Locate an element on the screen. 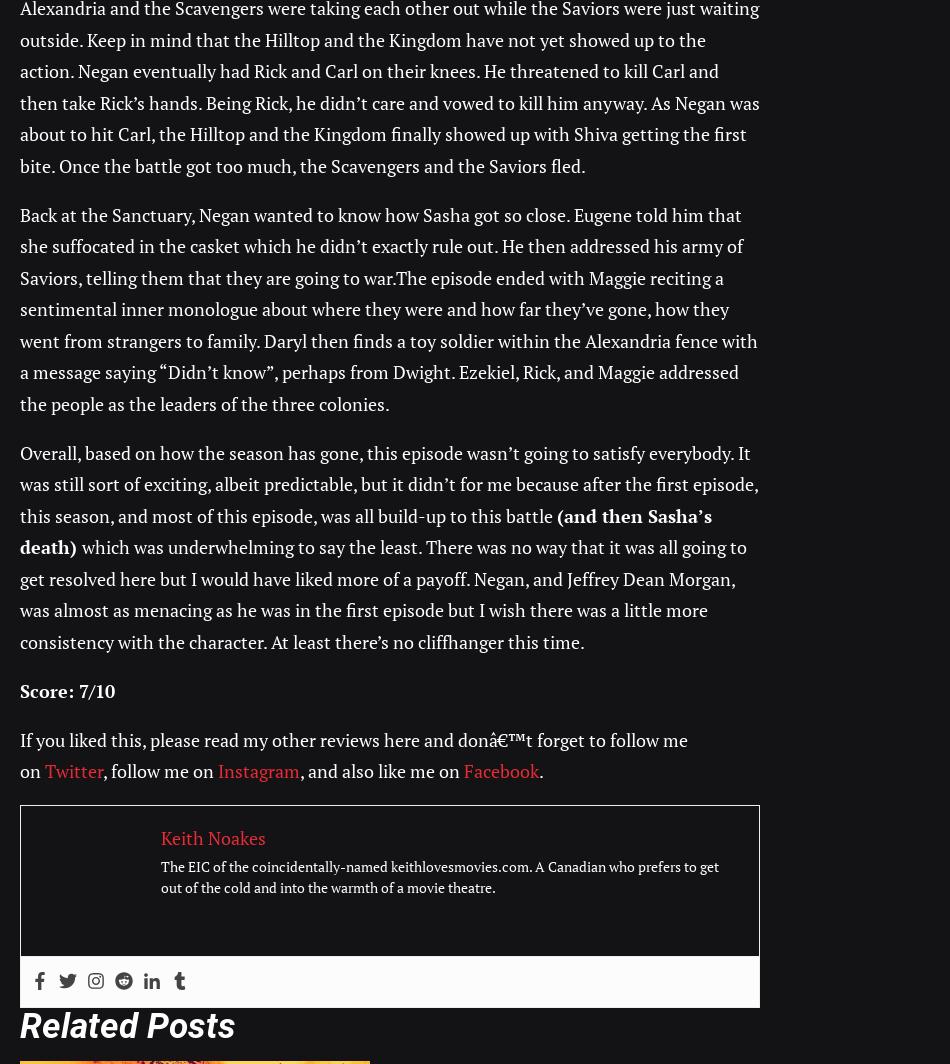 The width and height of the screenshot is (950, 1064). 'The EIC of the coincidentally-named keithlovesmovies.com. A Canadian who prefers to get out of the cold and into the warmth of a movie theatre.' is located at coordinates (439, 876).